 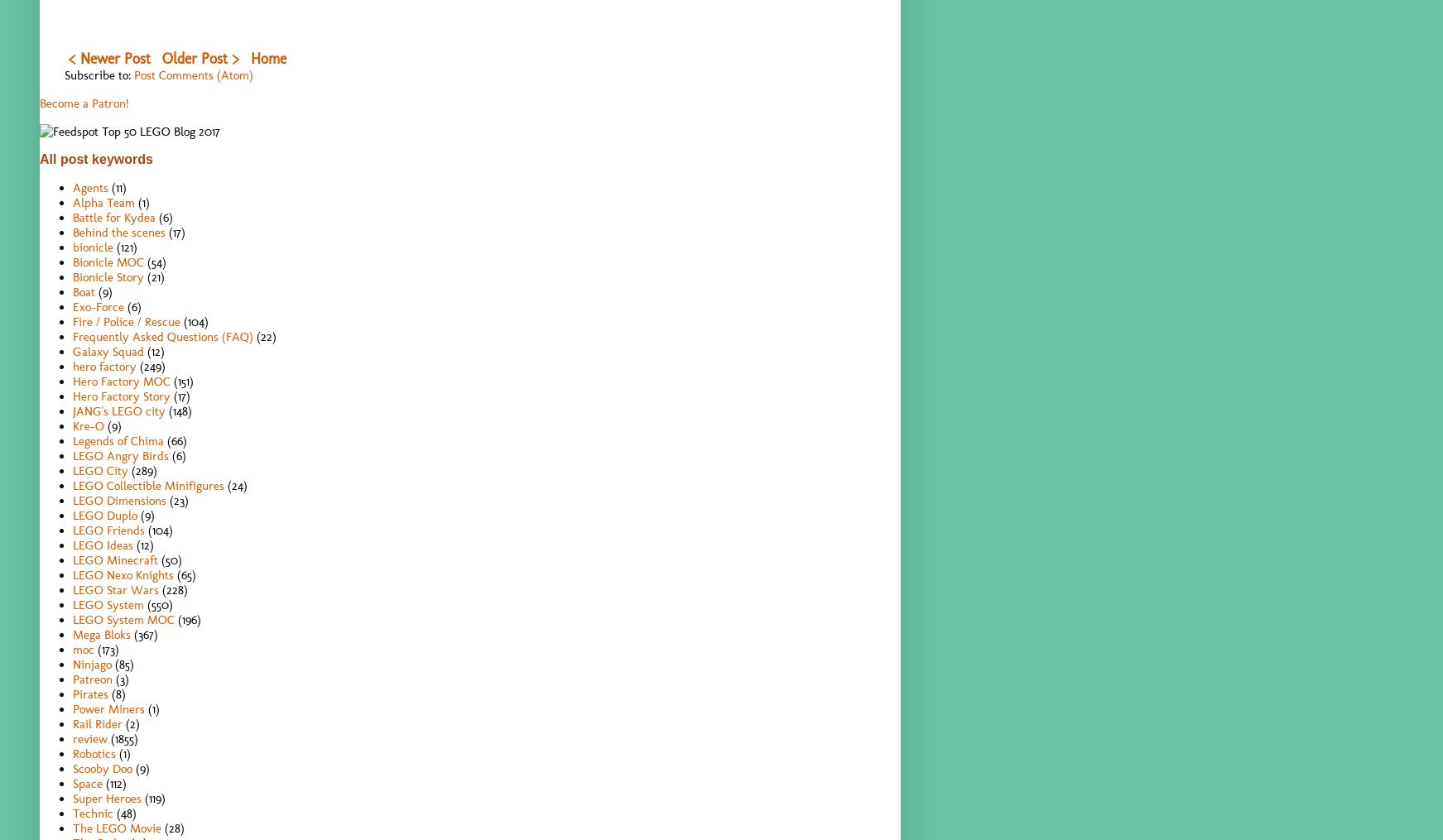 I want to click on '(151)', so click(x=184, y=379).